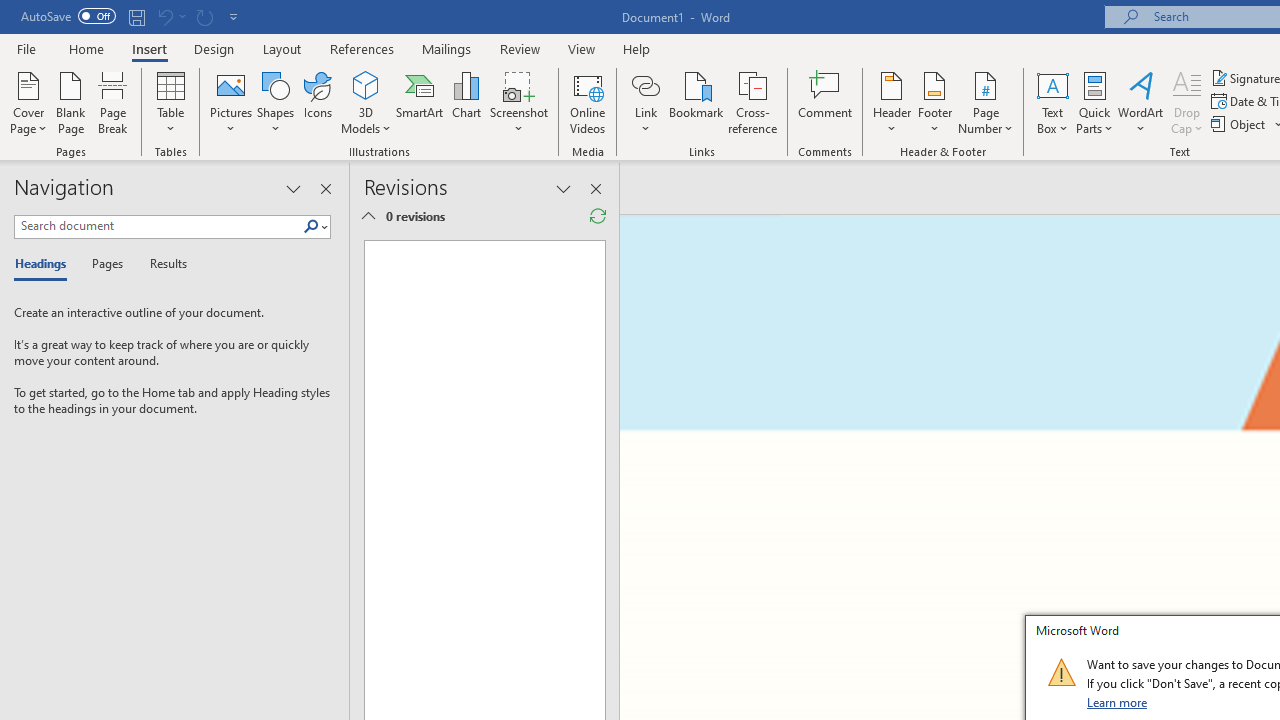 The height and width of the screenshot is (720, 1280). Describe the element at coordinates (71, 103) in the screenshot. I see `'Blank Page'` at that location.